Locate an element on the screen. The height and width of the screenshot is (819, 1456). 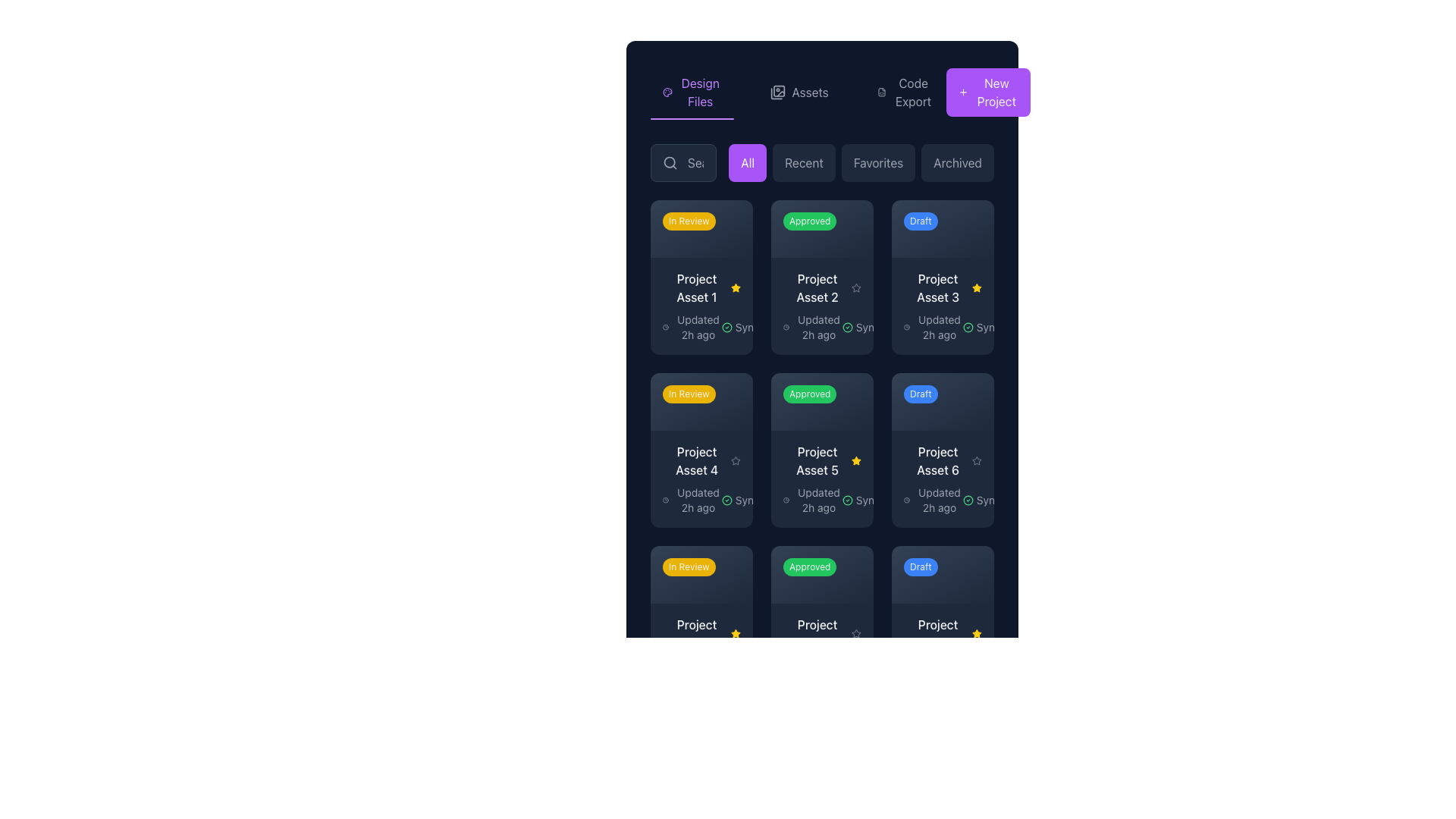
the navigation button that links to the 'Design Files' section, located in the top-left corner of the interface, to potentially see a tooltip is located at coordinates (692, 93).